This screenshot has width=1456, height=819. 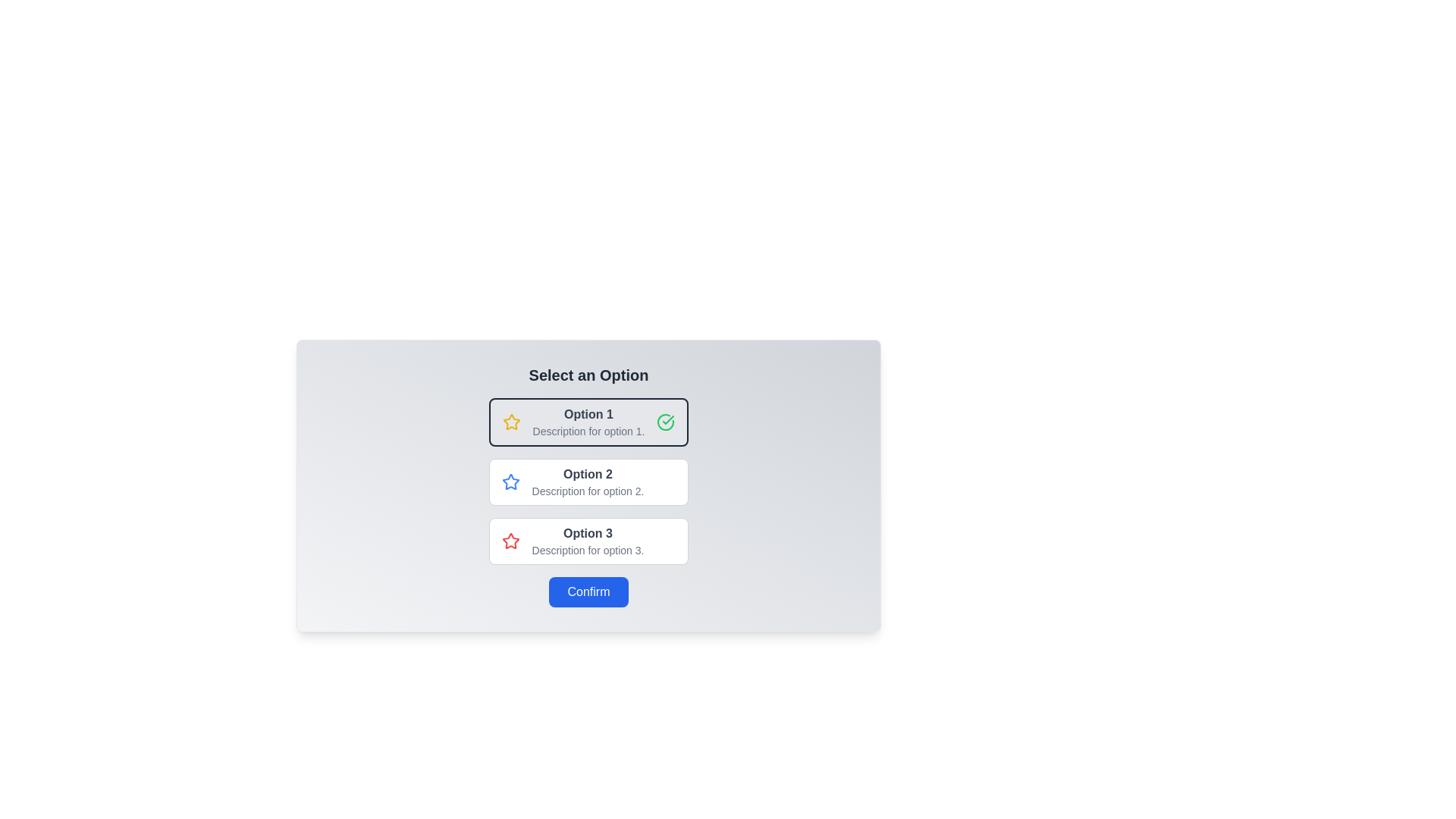 What do you see at coordinates (587, 550) in the screenshot?
I see `additional information provided by the Text Label located directly underneath the 'Option 3' label in the third option card` at bounding box center [587, 550].